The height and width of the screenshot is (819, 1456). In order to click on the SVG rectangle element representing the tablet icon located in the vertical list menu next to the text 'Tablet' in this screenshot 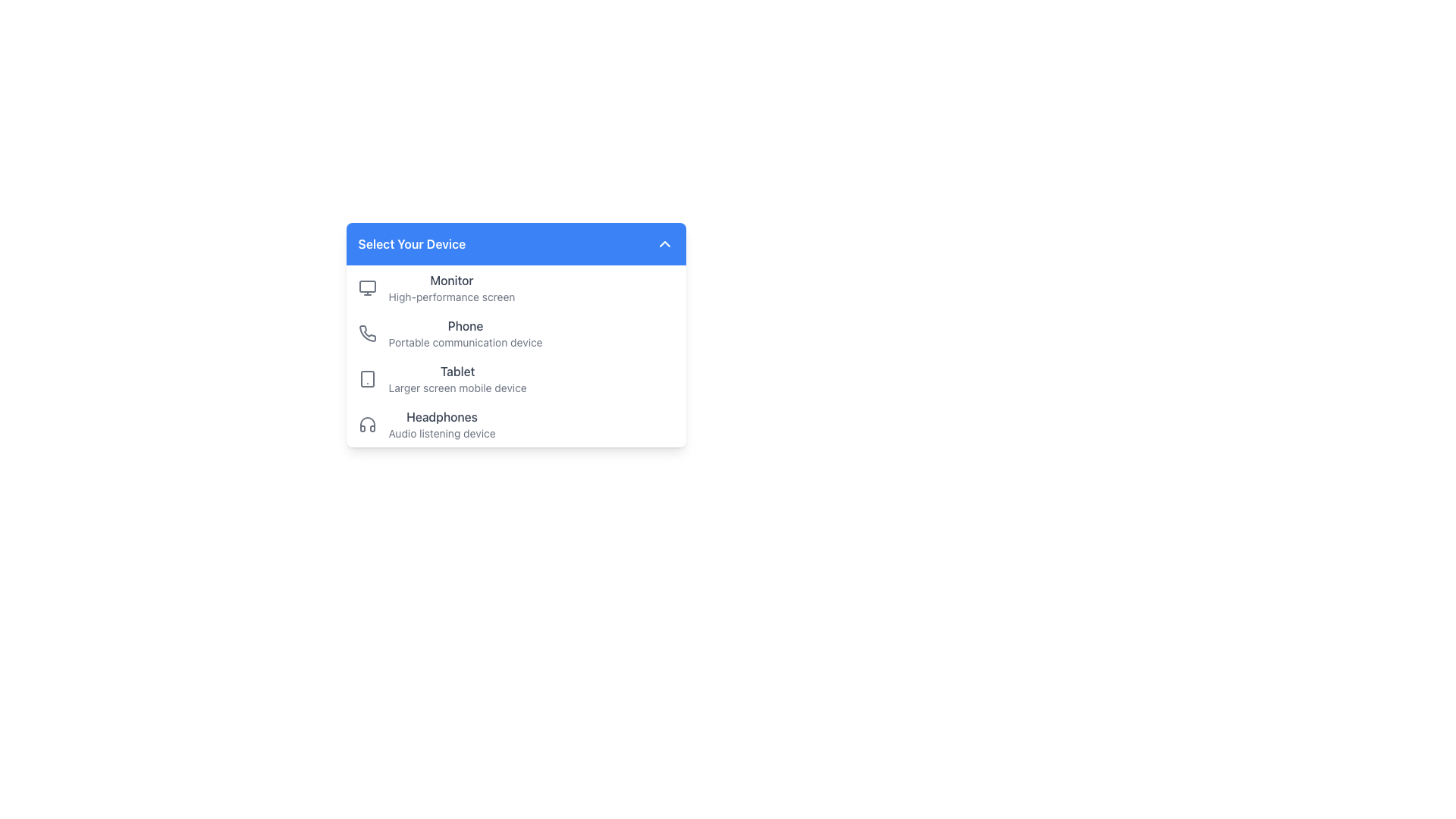, I will do `click(367, 378)`.